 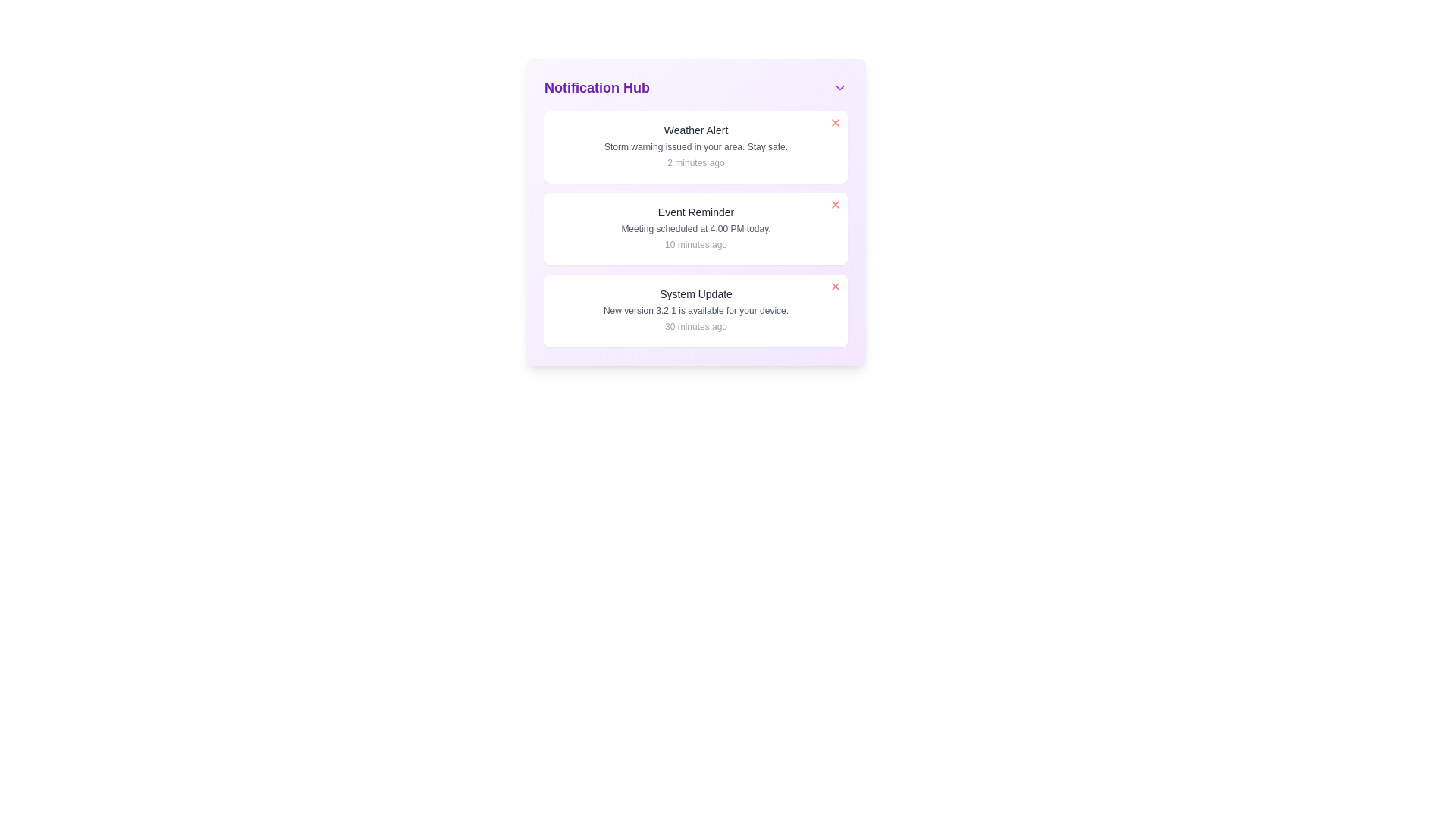 What do you see at coordinates (695, 294) in the screenshot?
I see `the static text label displaying 'System Update' located in the third card of the Notification Hub` at bounding box center [695, 294].